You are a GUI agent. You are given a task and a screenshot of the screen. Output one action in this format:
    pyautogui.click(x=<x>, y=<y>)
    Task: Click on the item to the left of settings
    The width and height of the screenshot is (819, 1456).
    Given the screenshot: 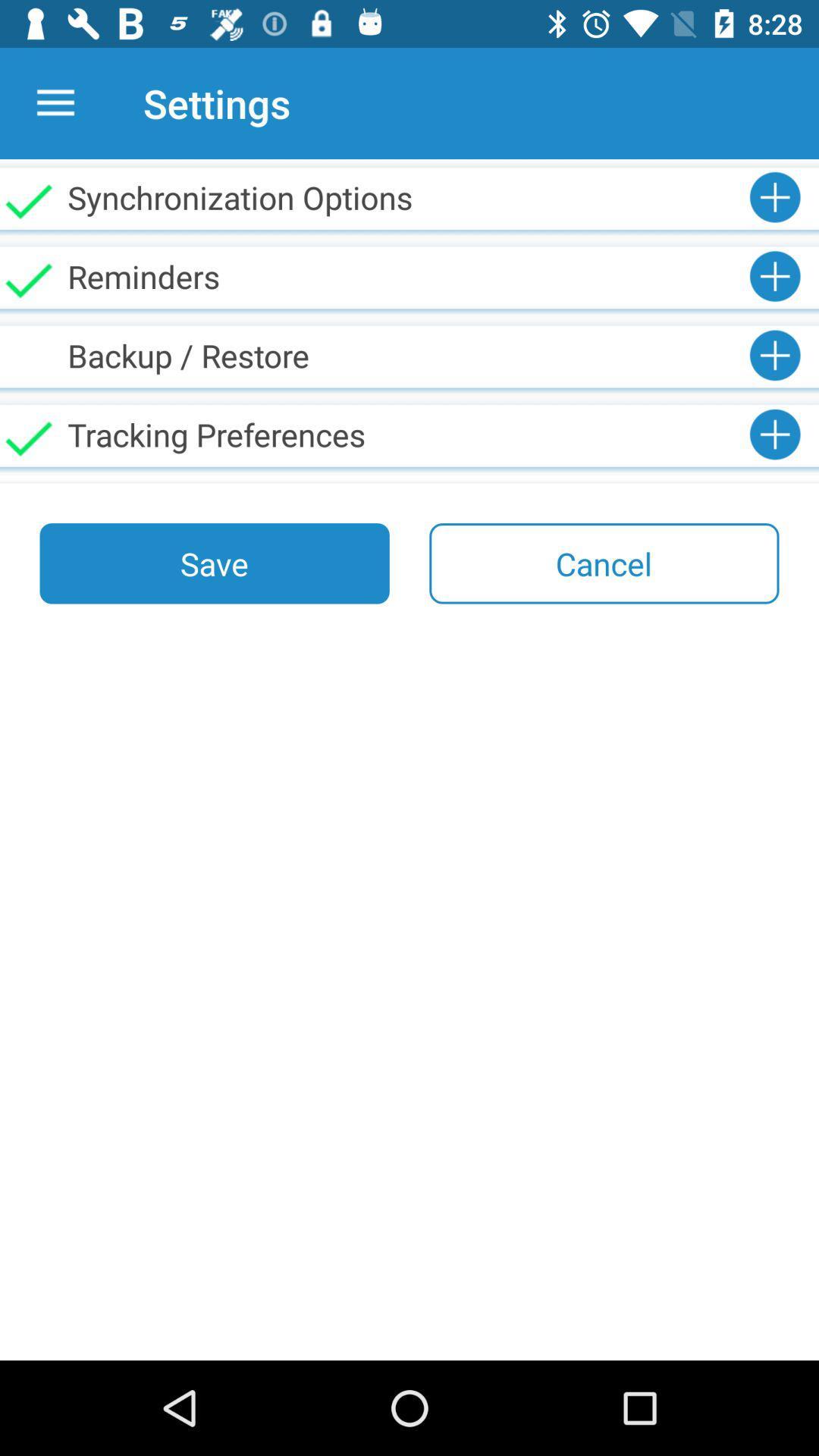 What is the action you would take?
    pyautogui.click(x=55, y=102)
    